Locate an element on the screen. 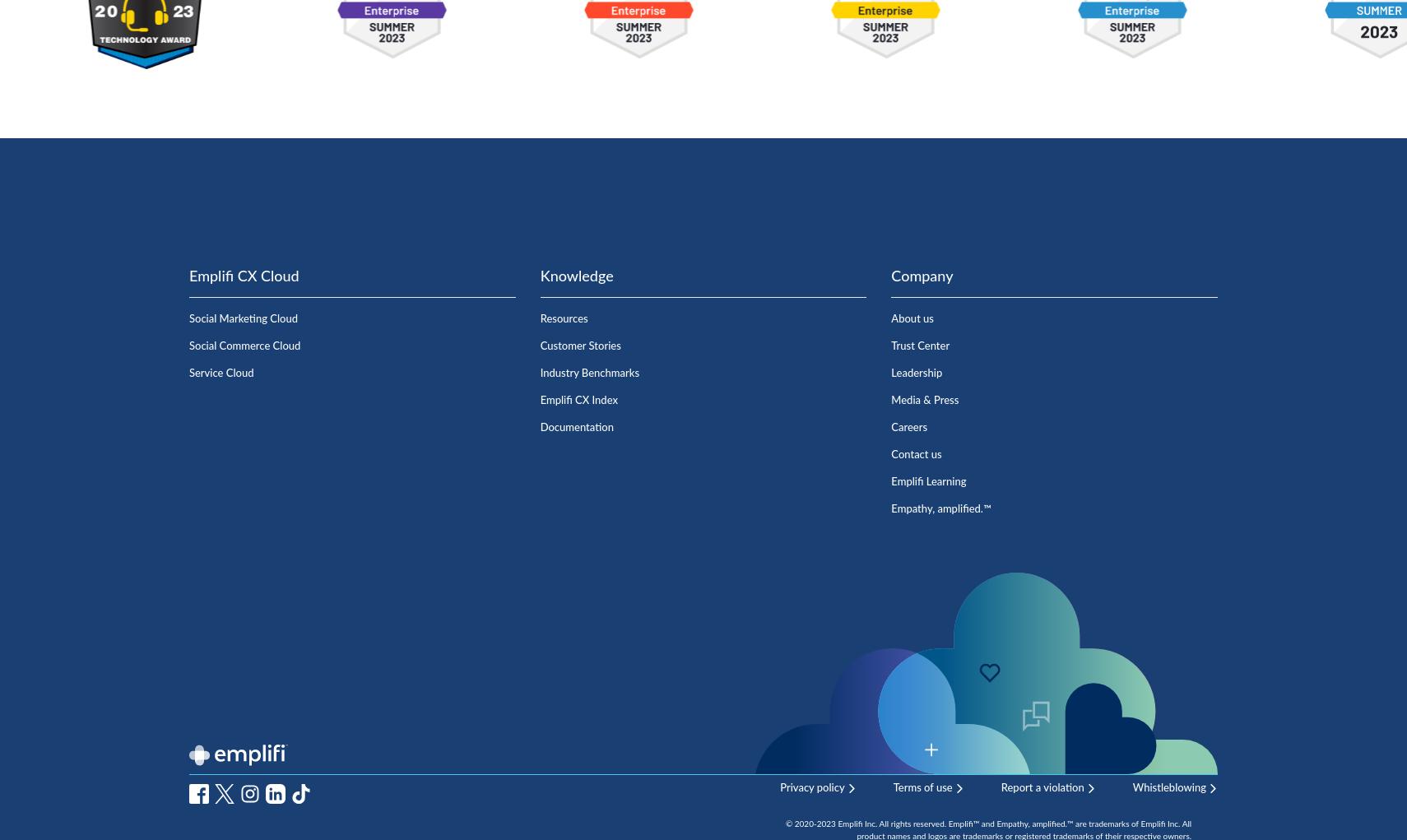 The image size is (1407, 840). 'Social Commerce Cloud' is located at coordinates (244, 345).